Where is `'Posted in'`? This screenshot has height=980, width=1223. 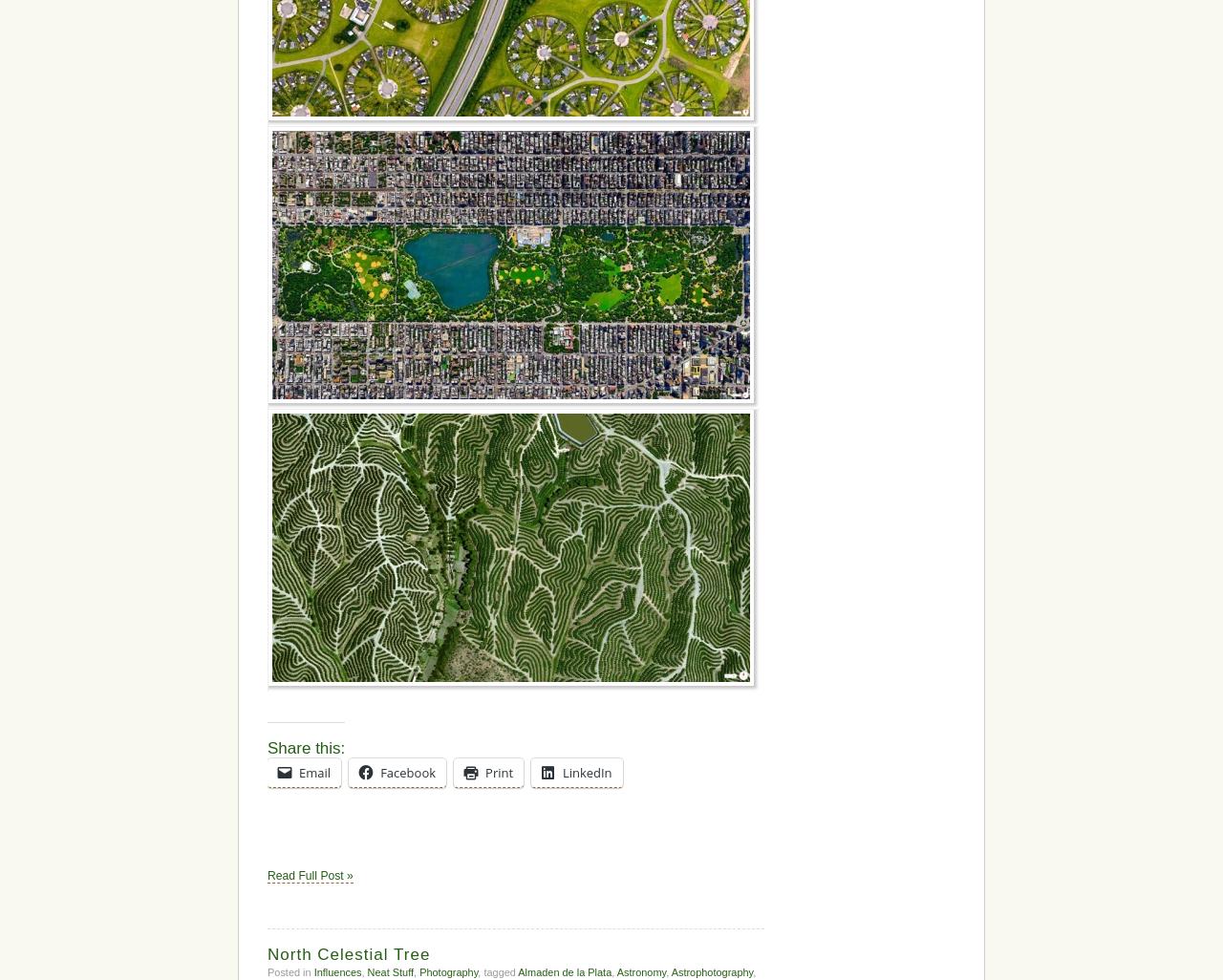
'Posted in' is located at coordinates (290, 969).